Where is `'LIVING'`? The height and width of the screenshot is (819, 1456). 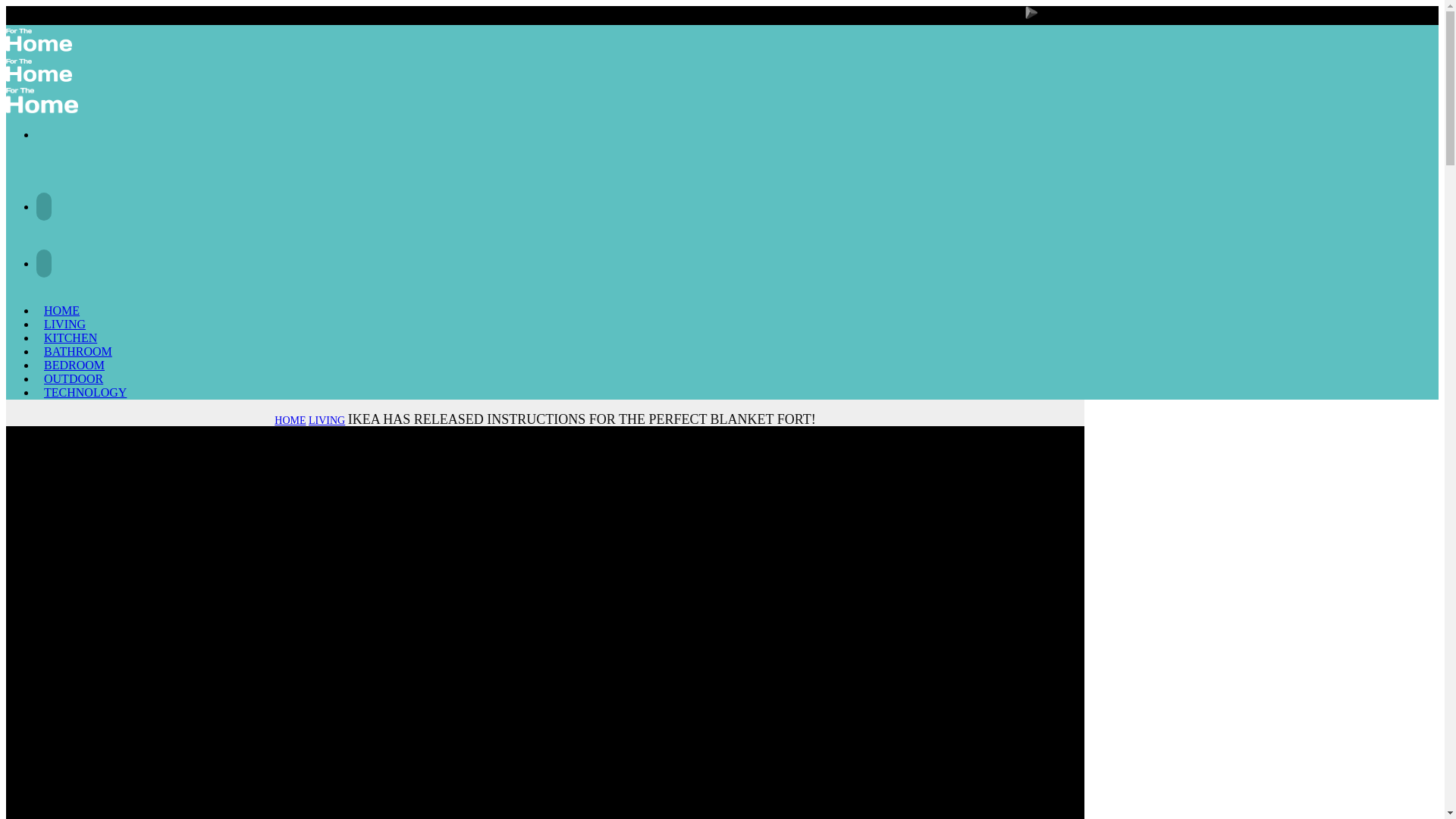 'LIVING' is located at coordinates (326, 420).